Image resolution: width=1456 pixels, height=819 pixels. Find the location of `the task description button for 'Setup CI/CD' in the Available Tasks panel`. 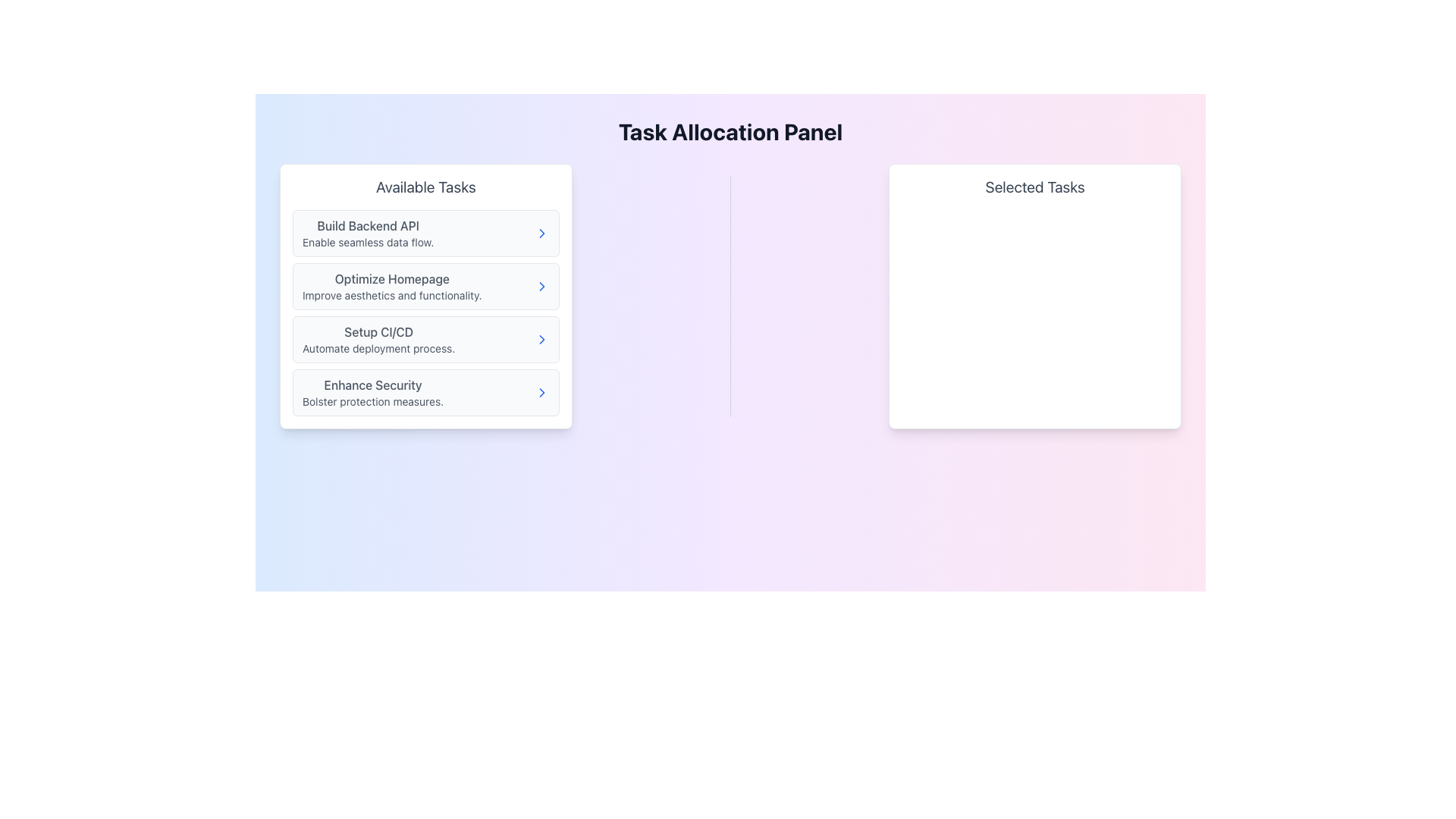

the task description button for 'Setup CI/CD' in the Available Tasks panel is located at coordinates (425, 338).